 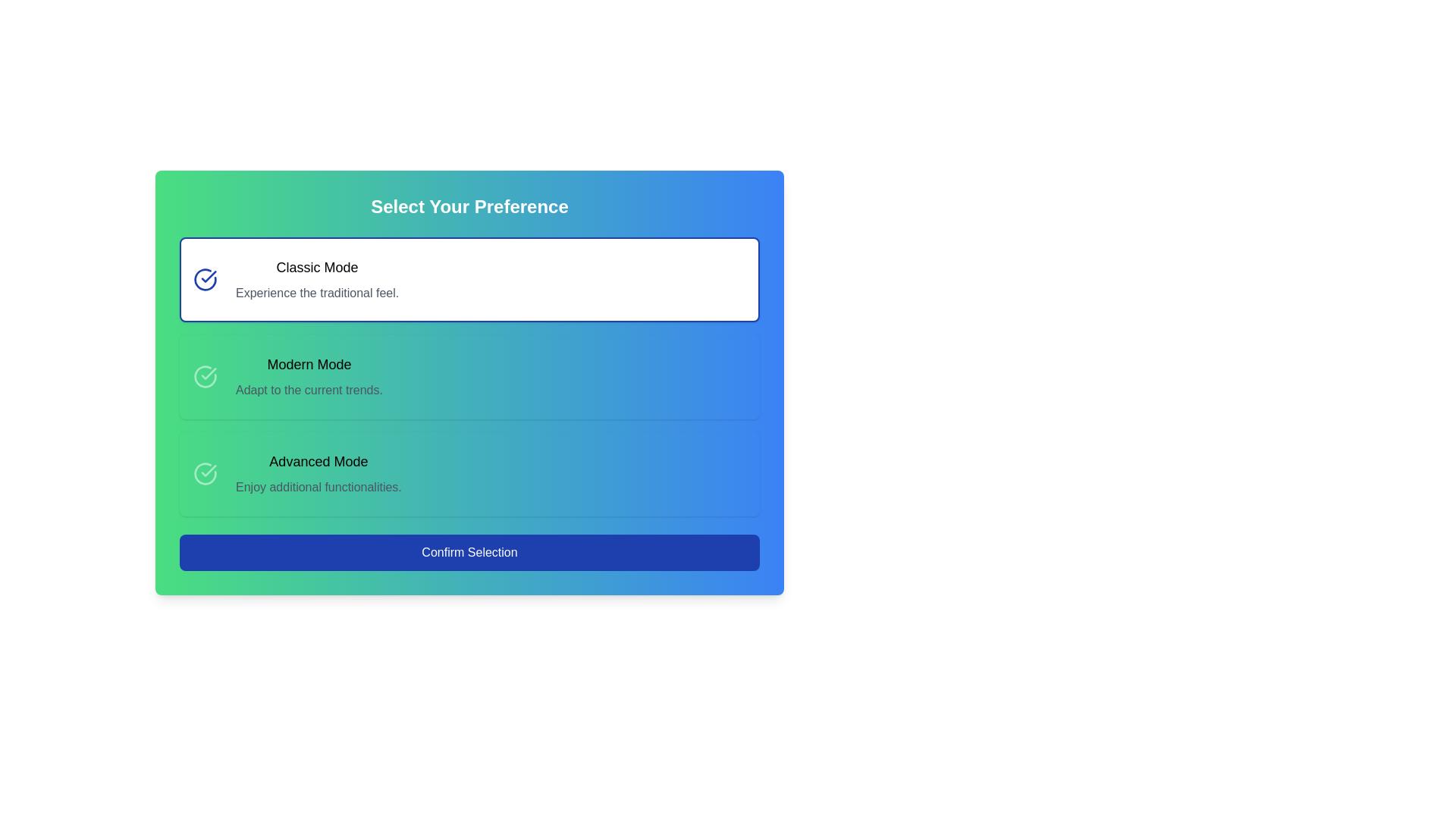 I want to click on the static text label providing additional information for the 'Classic Mode' option, located directly below its heading and aligned to its left edge, so click(x=316, y=293).